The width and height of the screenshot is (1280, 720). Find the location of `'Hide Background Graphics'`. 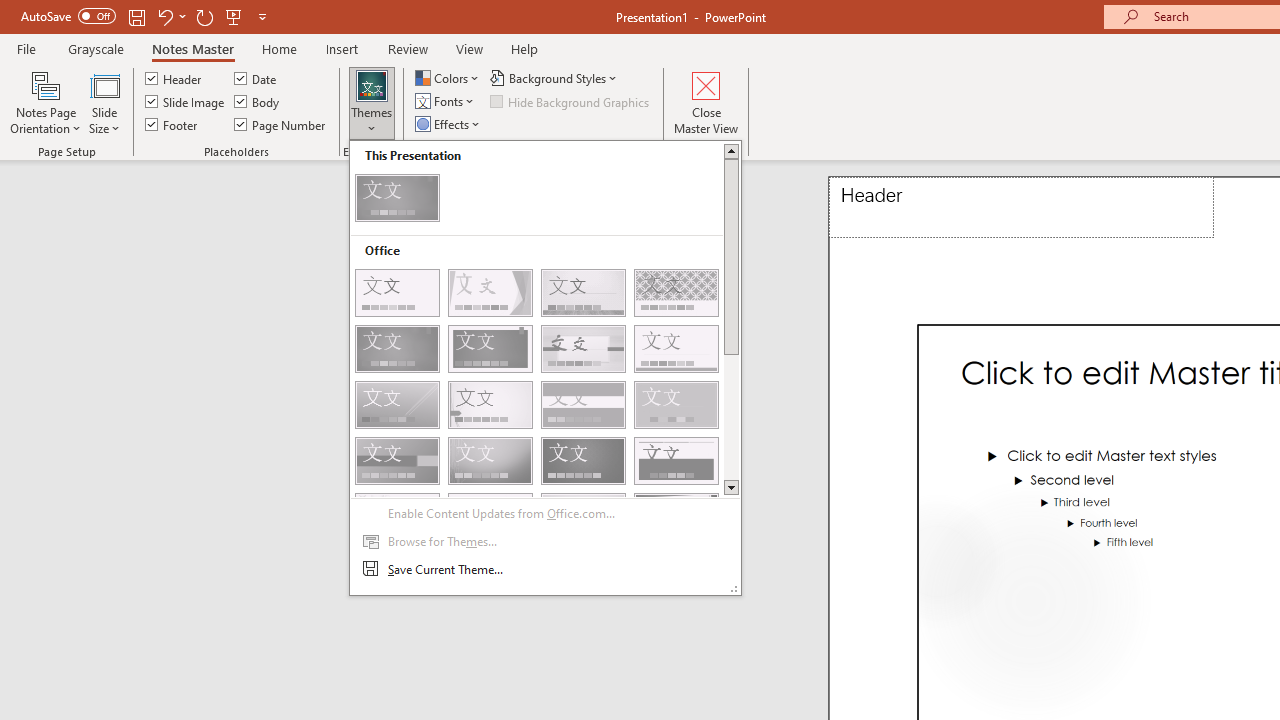

'Hide Background Graphics' is located at coordinates (569, 101).